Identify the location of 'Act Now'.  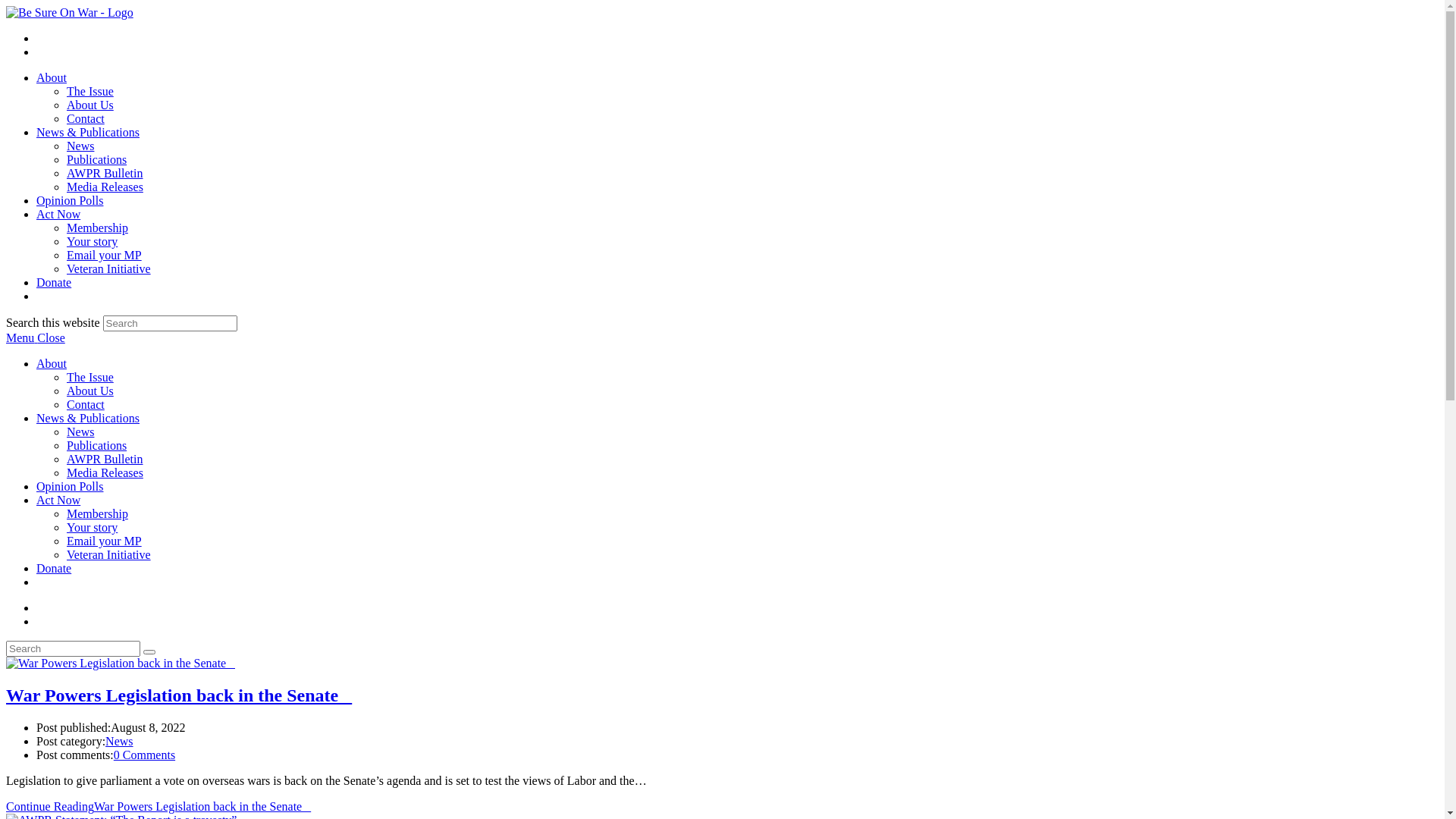
(58, 500).